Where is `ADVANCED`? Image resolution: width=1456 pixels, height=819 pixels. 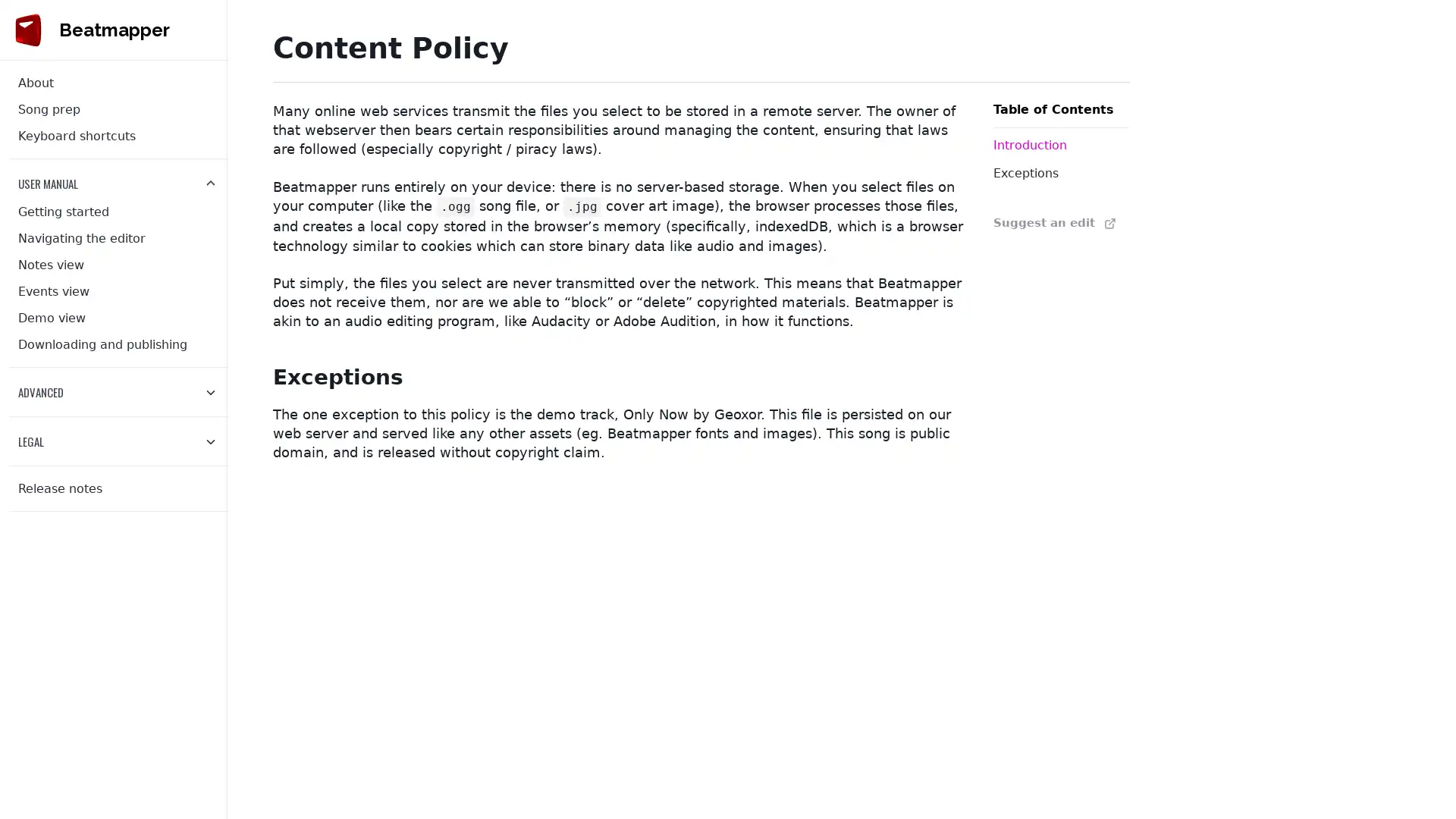 ADVANCED is located at coordinates (117, 391).